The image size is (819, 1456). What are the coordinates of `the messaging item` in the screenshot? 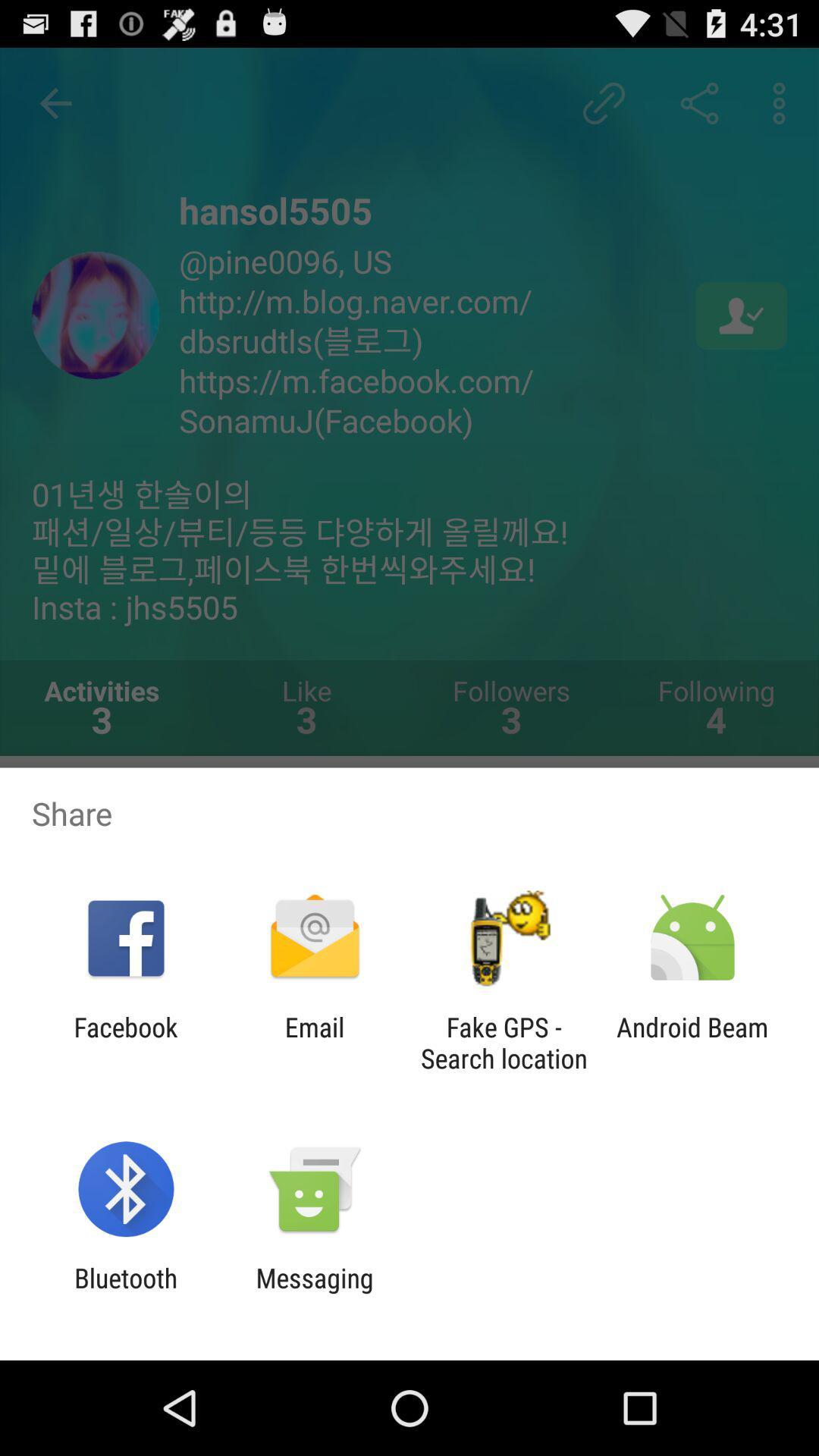 It's located at (314, 1293).